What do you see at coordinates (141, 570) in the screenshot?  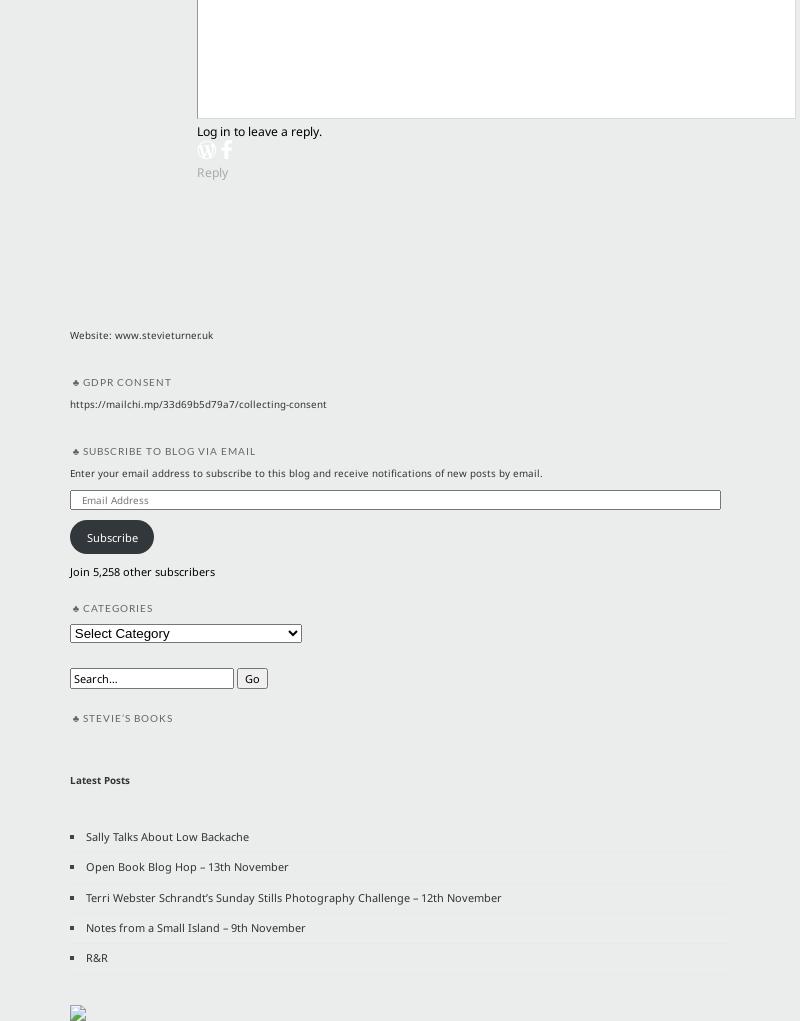 I see `'Join 5,258 other subscribers'` at bounding box center [141, 570].